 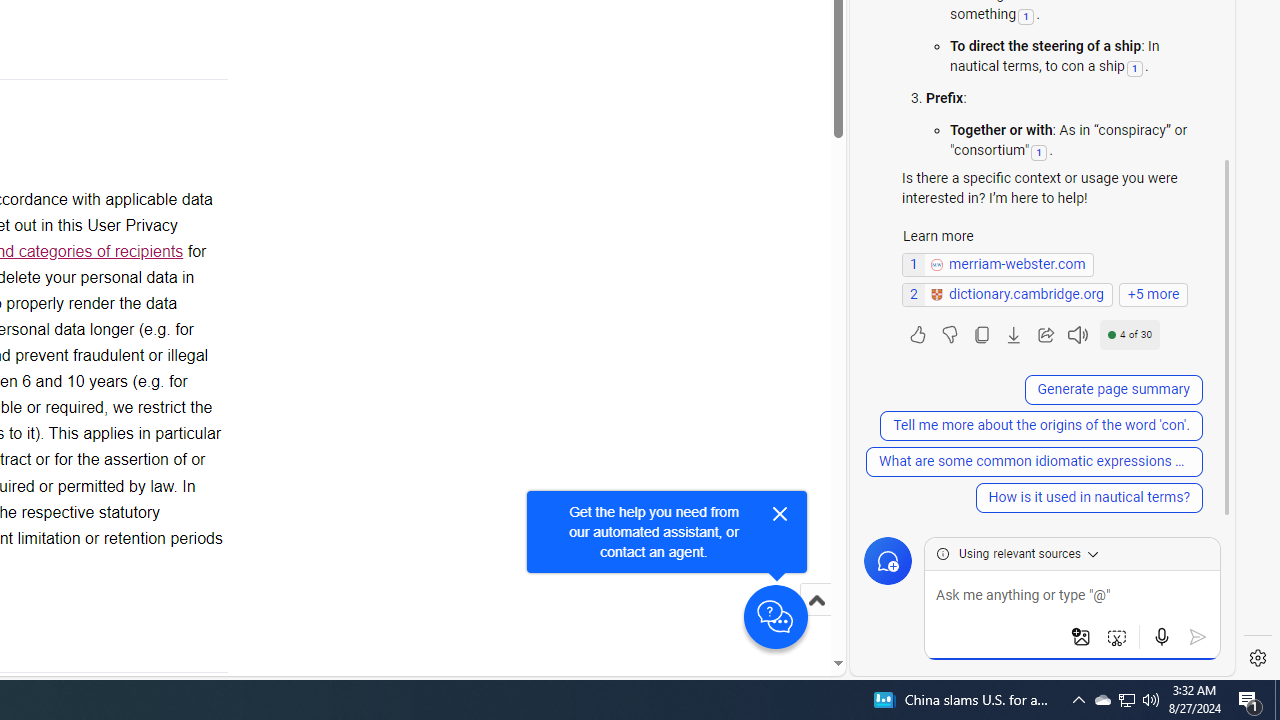 I want to click on 'Scroll to top', so click(x=816, y=598).